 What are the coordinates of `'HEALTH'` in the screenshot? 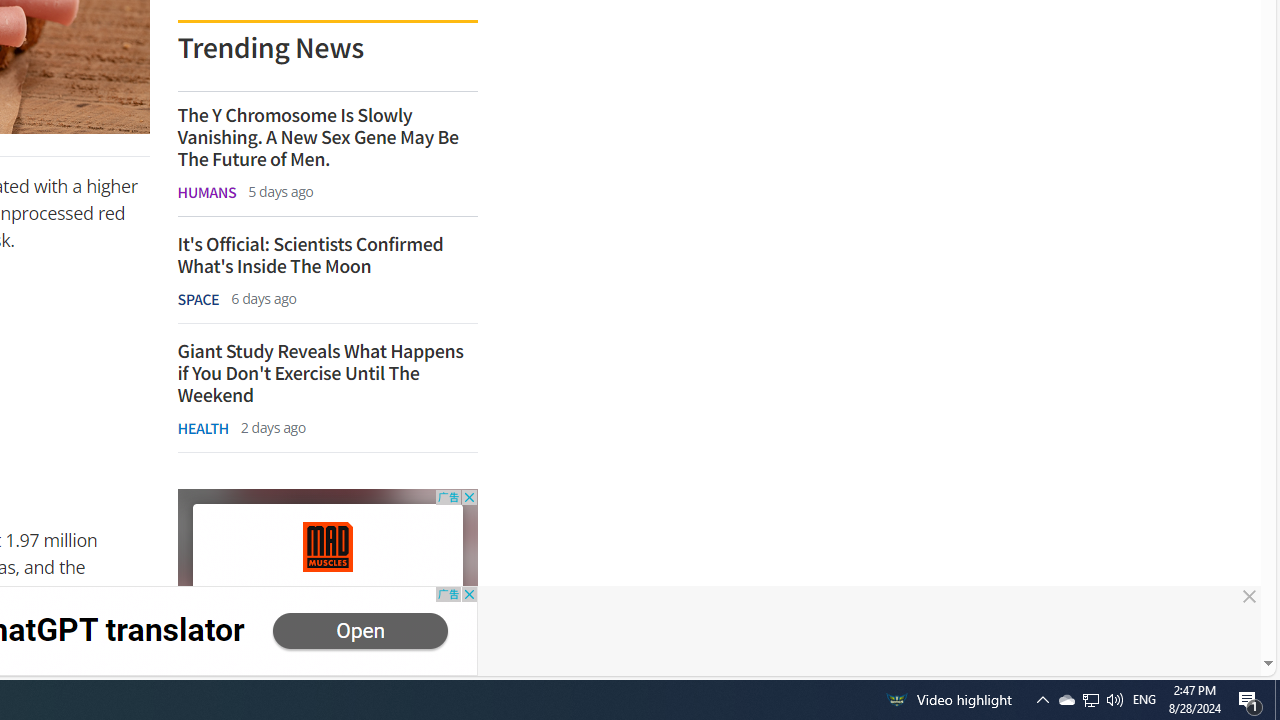 It's located at (202, 427).